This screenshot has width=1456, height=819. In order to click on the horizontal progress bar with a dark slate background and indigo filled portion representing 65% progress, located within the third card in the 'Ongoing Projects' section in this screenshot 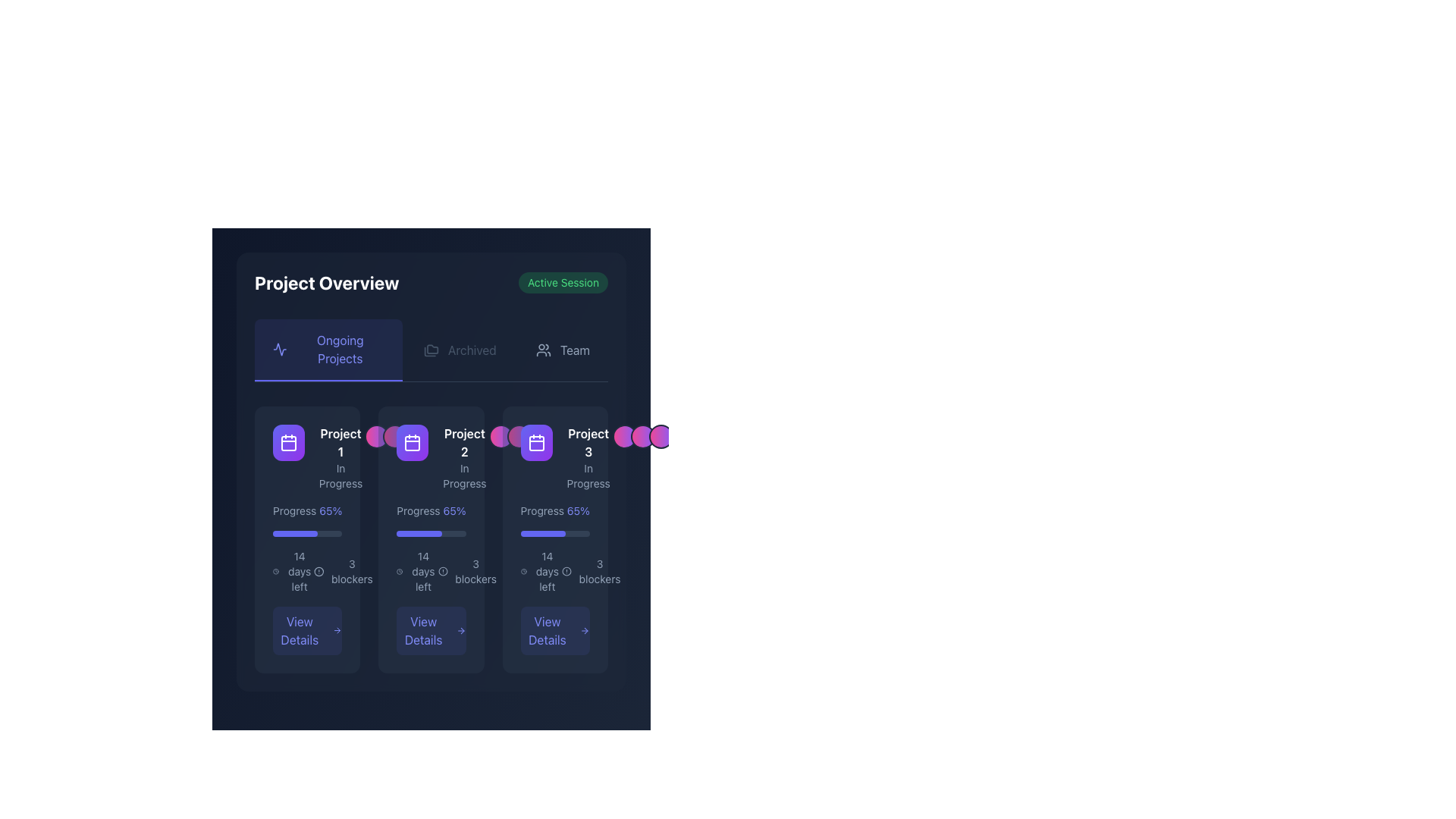, I will do `click(554, 533)`.